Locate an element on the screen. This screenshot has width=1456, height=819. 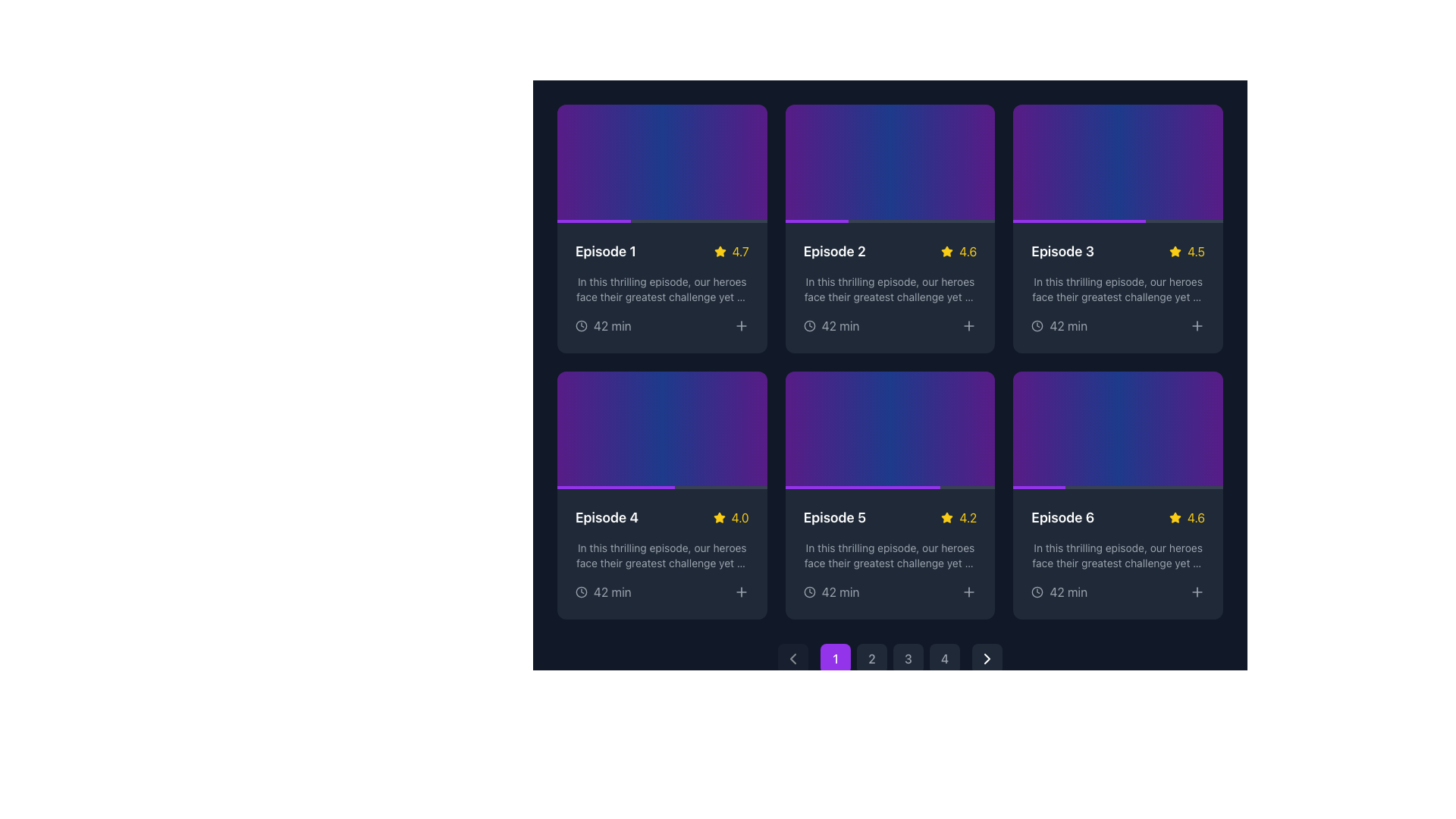
the button located in the bottom-right corner of the 'Episode 3' card to change its color is located at coordinates (1197, 325).